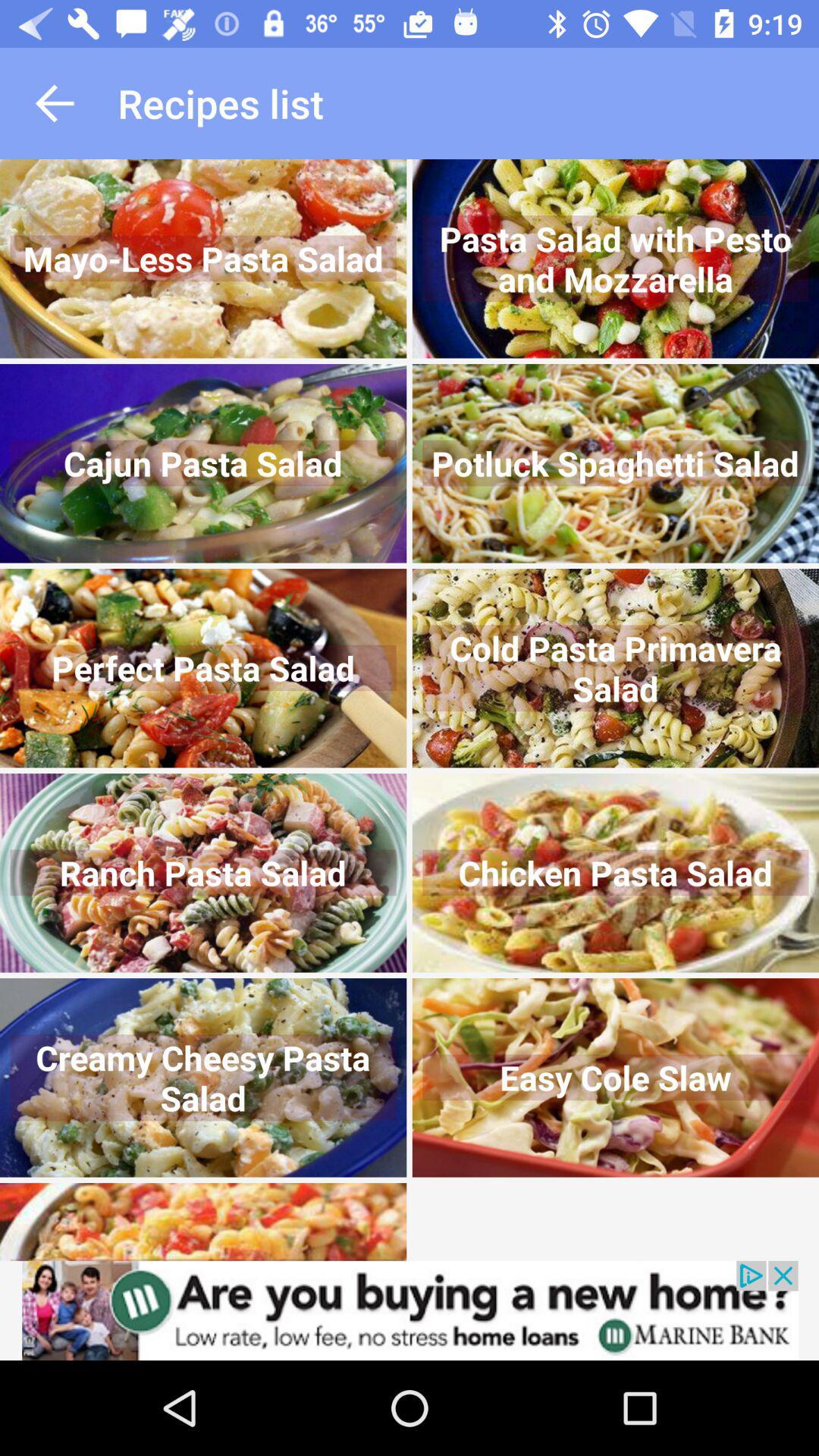 The height and width of the screenshot is (1456, 819). Describe the element at coordinates (616, 259) in the screenshot. I see `the first image from right top of the page` at that location.